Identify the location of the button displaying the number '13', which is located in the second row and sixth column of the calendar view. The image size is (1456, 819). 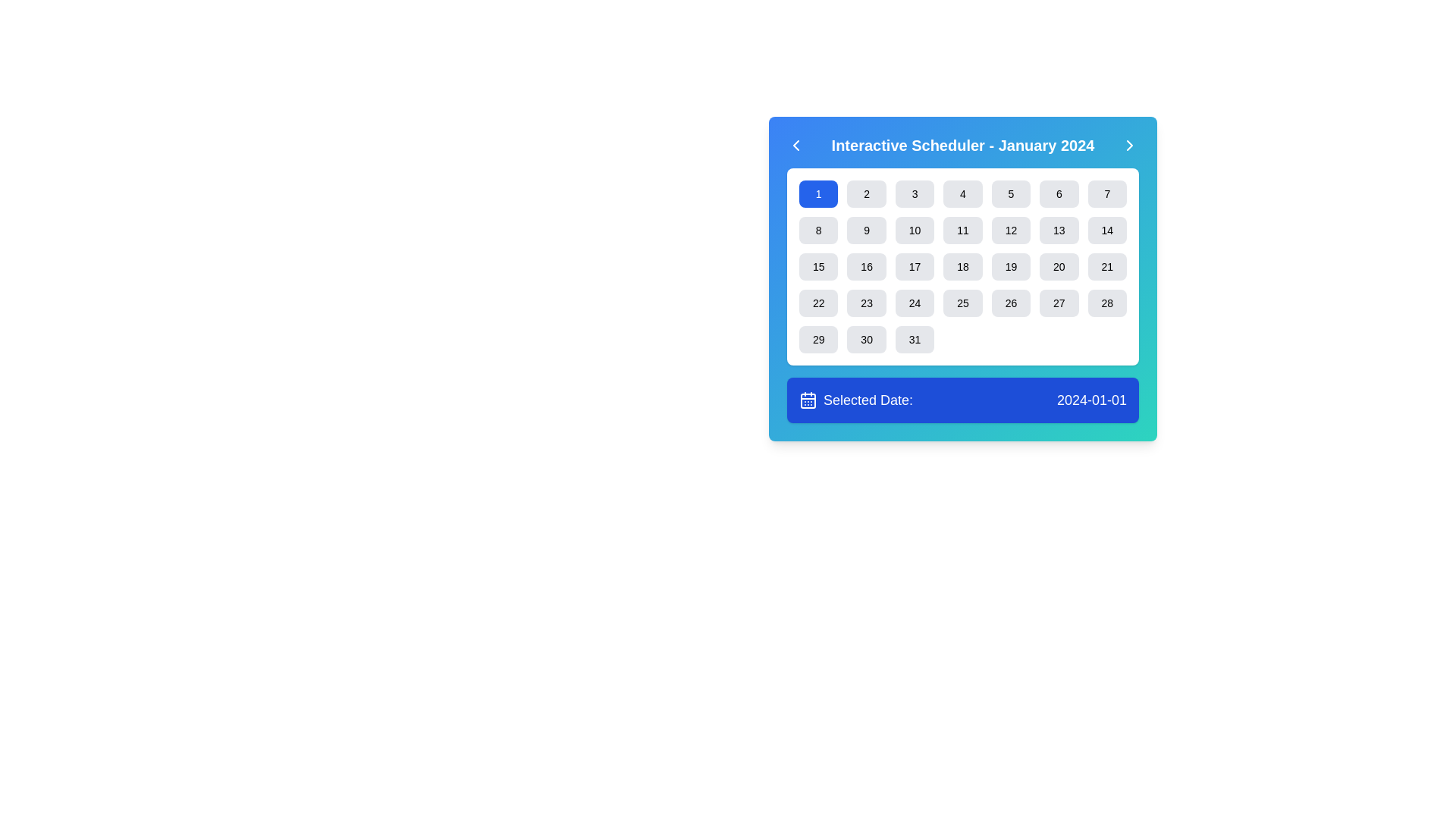
(1058, 231).